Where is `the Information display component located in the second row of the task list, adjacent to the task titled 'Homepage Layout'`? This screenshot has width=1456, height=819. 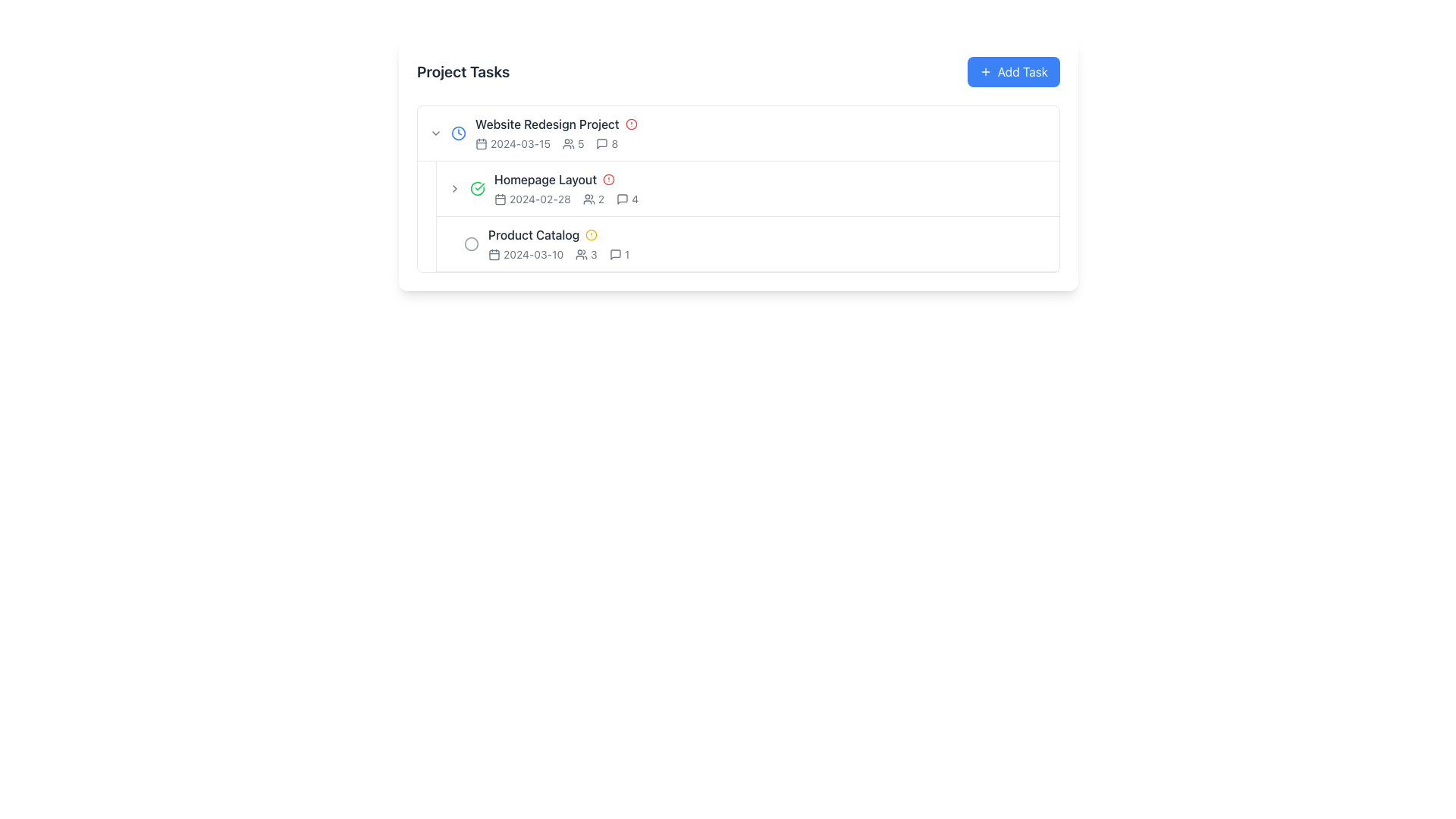 the Information display component located in the second row of the task list, adjacent to the task titled 'Homepage Layout' is located at coordinates (626, 198).